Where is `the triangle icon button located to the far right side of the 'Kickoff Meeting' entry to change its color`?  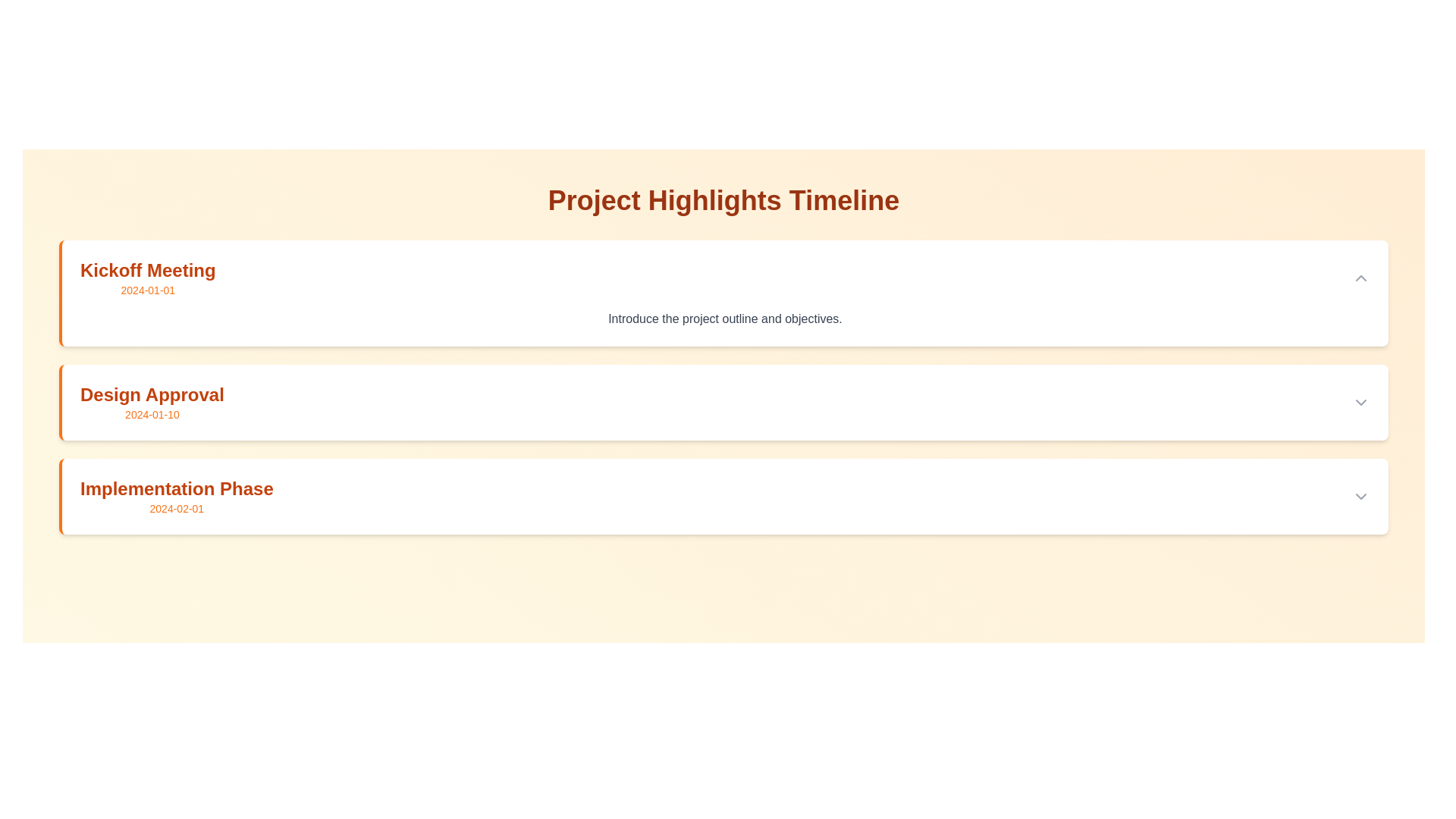
the triangle icon button located to the far right side of the 'Kickoff Meeting' entry to change its color is located at coordinates (1361, 278).